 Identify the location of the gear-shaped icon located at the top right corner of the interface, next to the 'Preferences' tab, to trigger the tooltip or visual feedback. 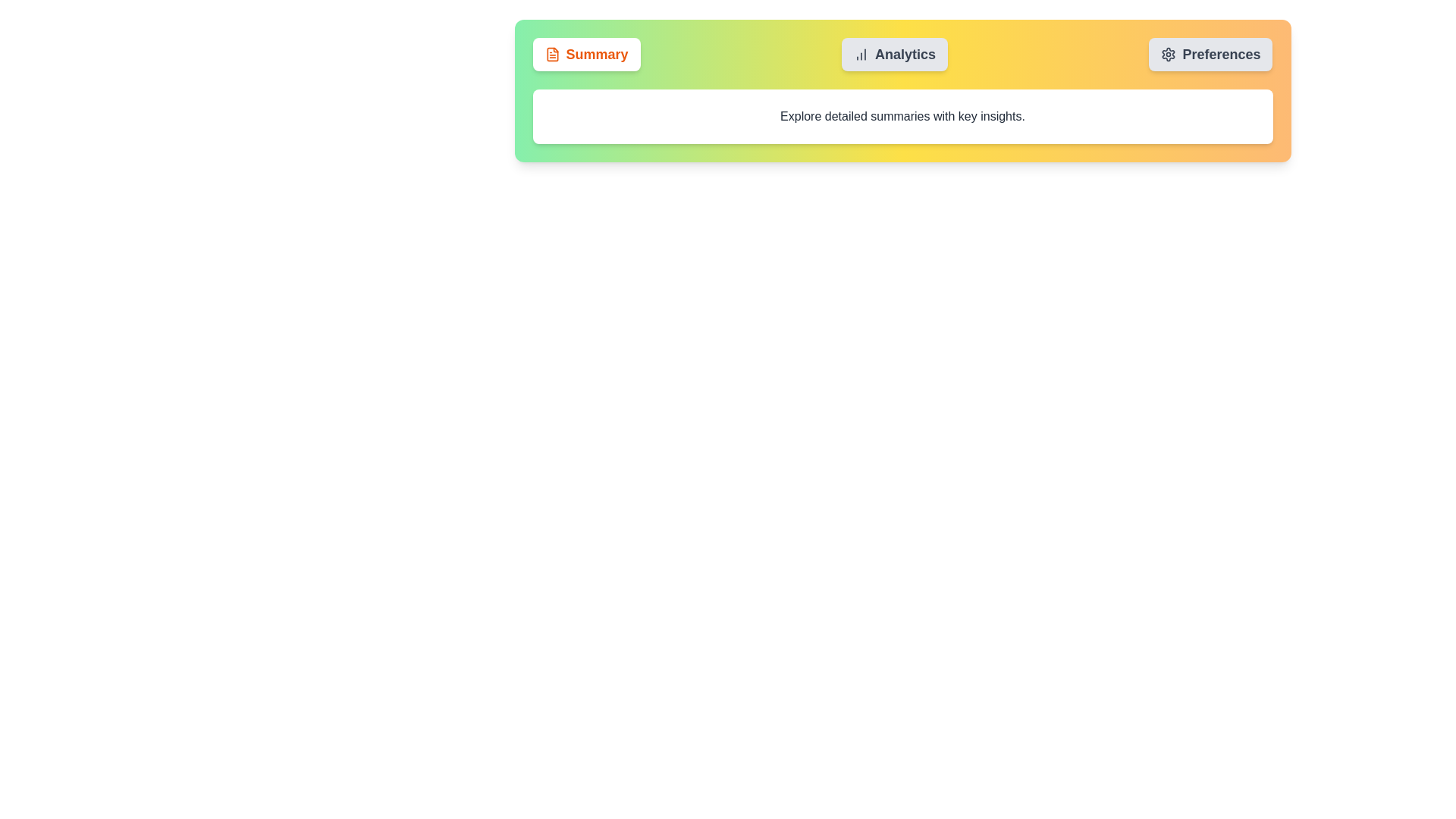
(1168, 54).